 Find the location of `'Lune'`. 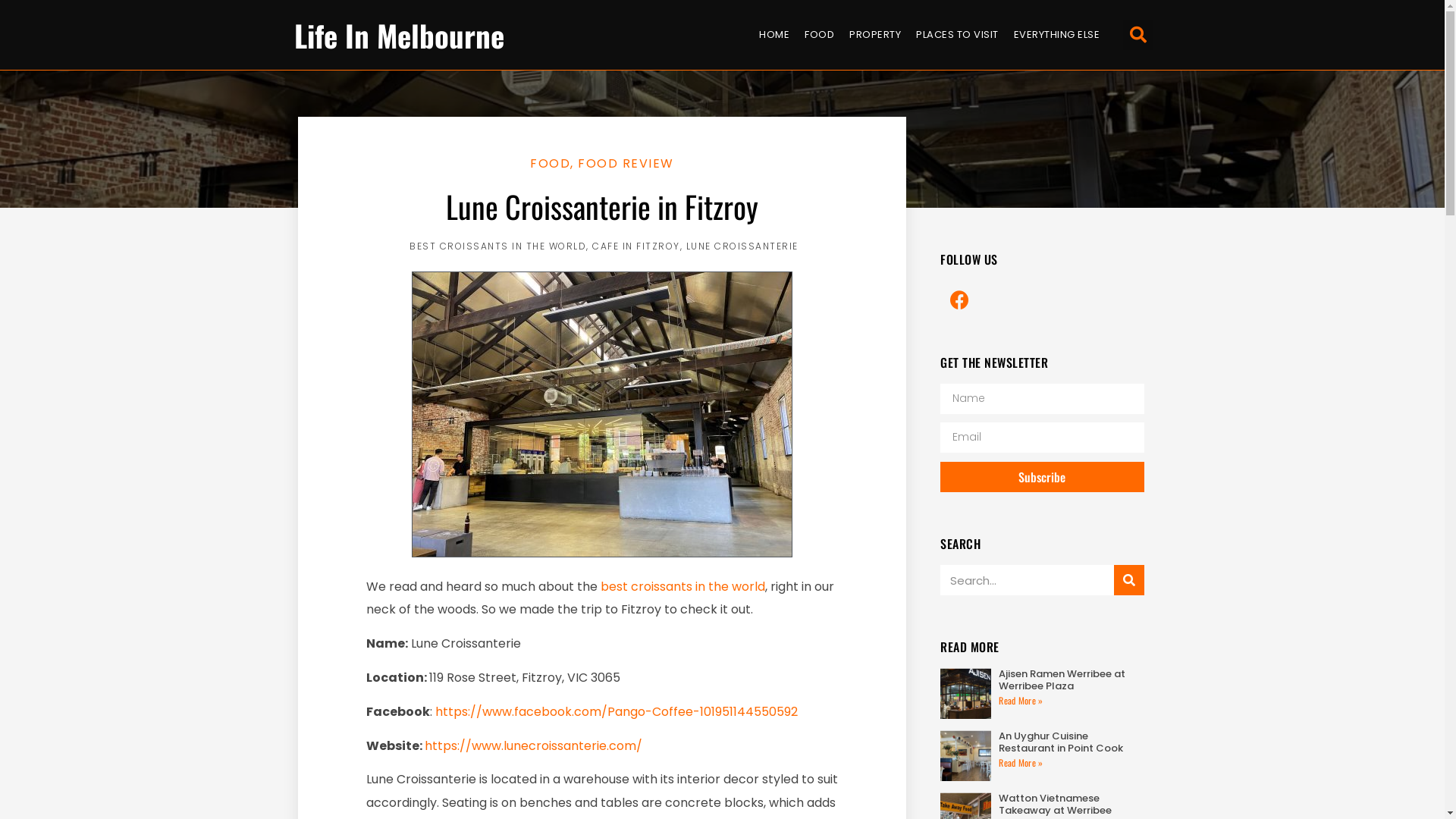

'Lune' is located at coordinates (601, 414).